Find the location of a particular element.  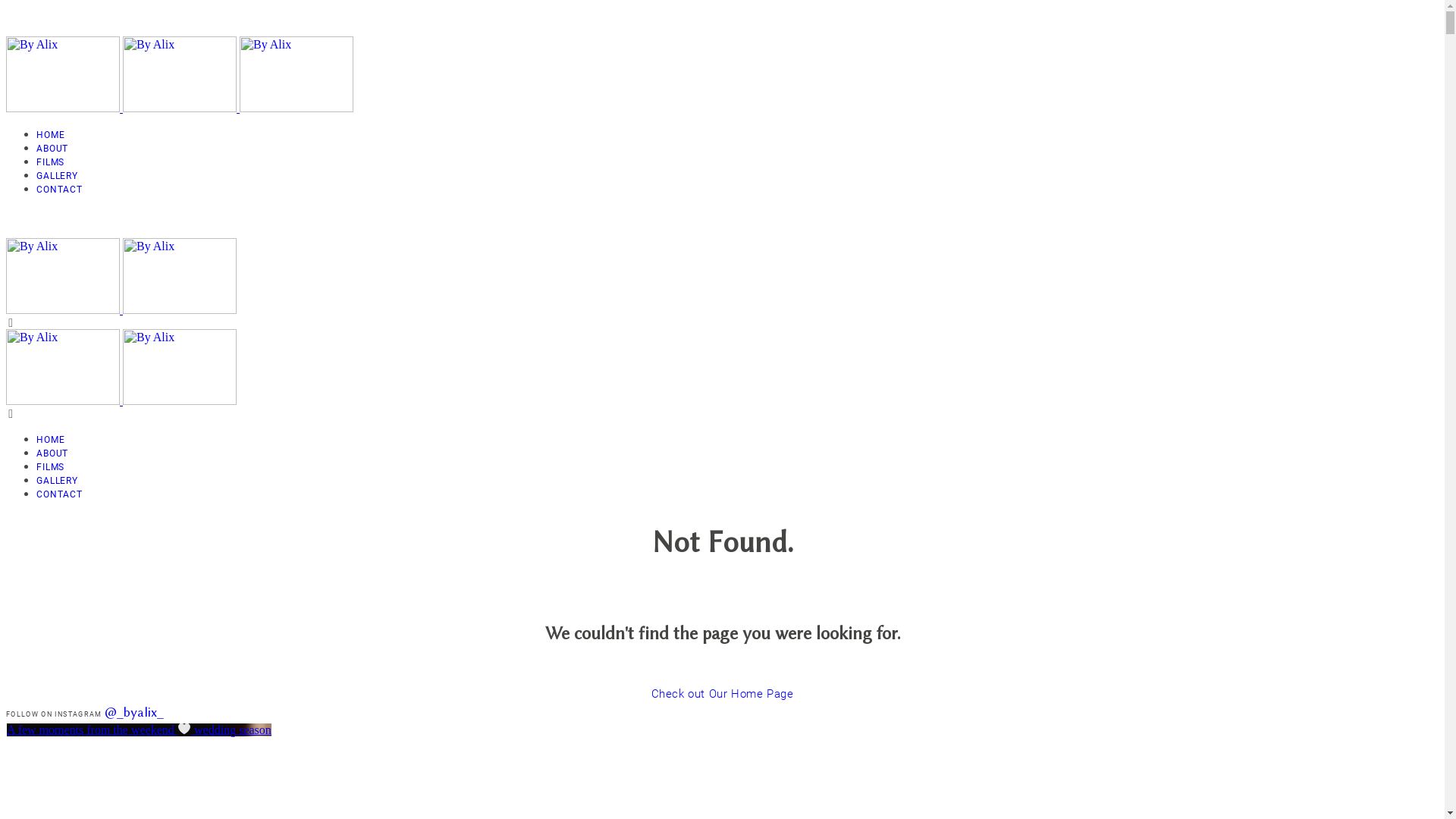

'FILMS' is located at coordinates (50, 162).